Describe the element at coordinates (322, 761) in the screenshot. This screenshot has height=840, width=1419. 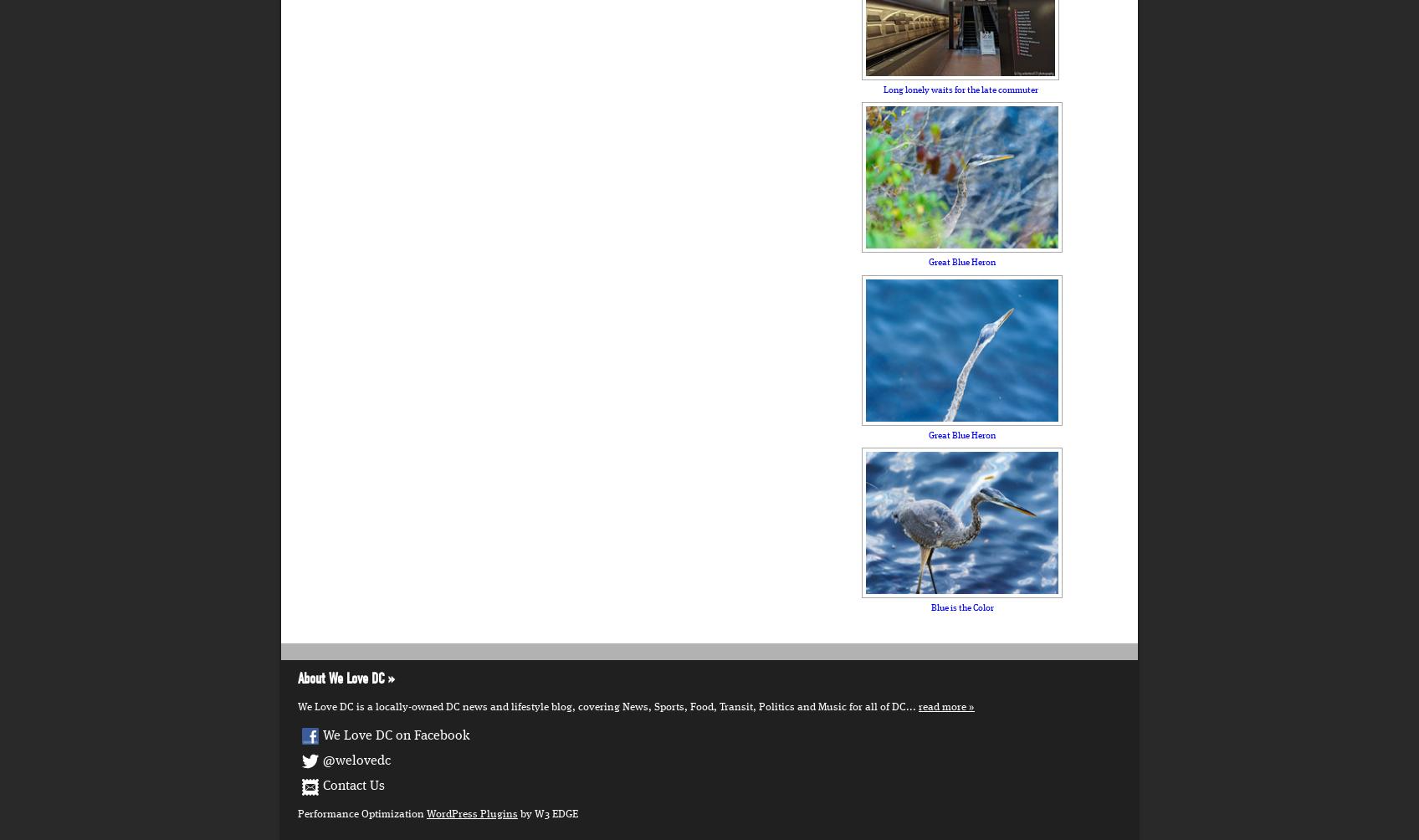
I see `'@welovedc'` at that location.